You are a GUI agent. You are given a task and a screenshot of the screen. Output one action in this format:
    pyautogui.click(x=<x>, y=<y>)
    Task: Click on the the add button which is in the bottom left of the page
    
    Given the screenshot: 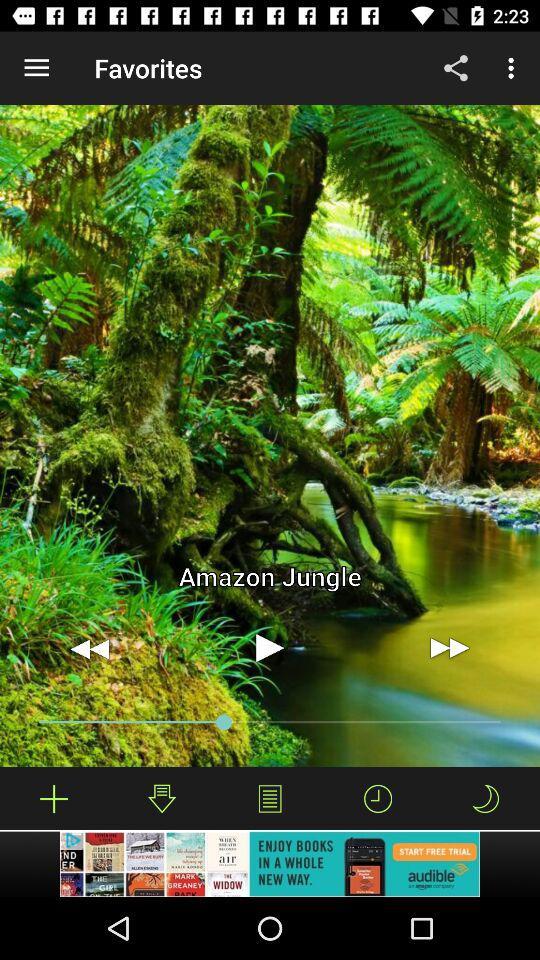 What is the action you would take?
    pyautogui.click(x=54, y=798)
    